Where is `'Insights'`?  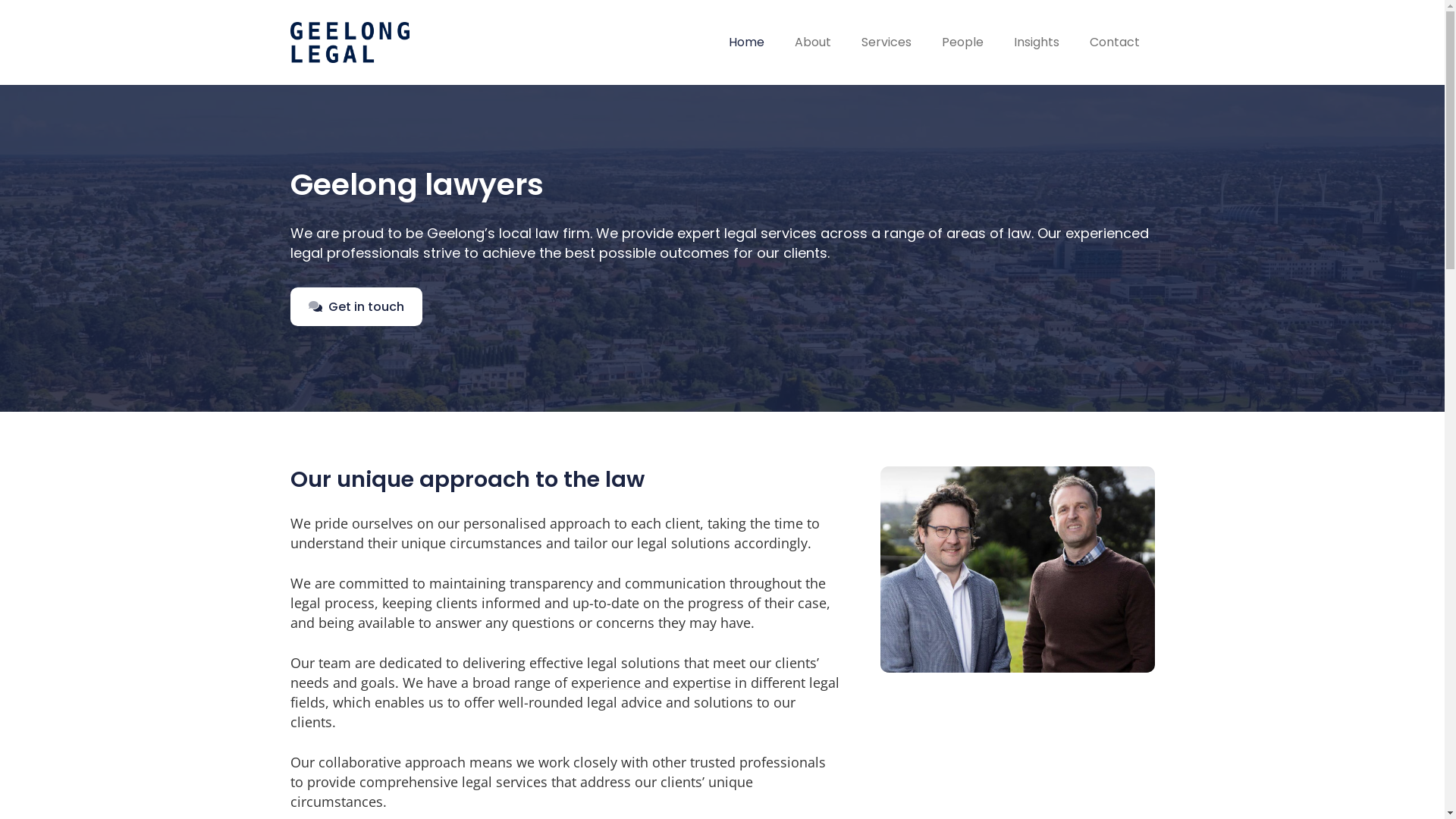 'Insights' is located at coordinates (1035, 42).